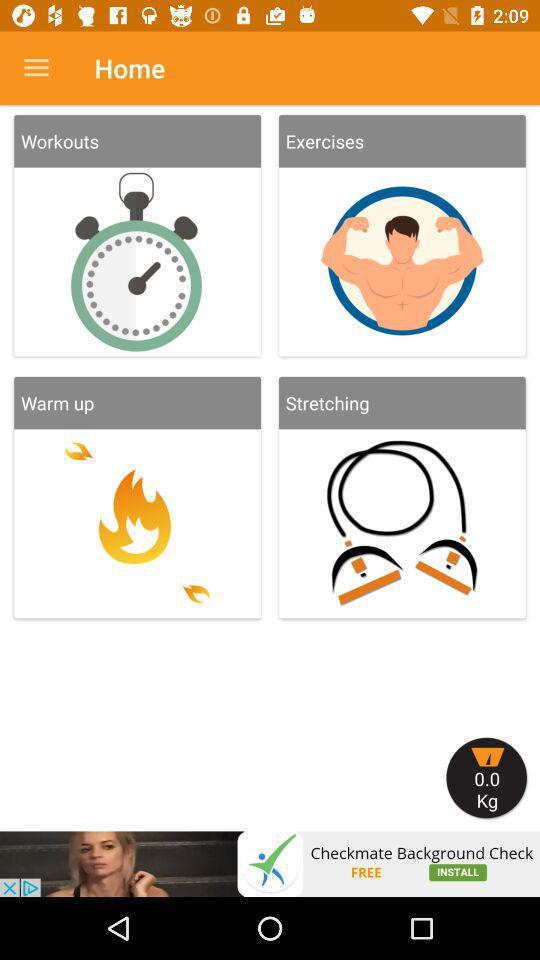 This screenshot has width=540, height=960. Describe the element at coordinates (270, 863) in the screenshot. I see `opens the advertisement` at that location.